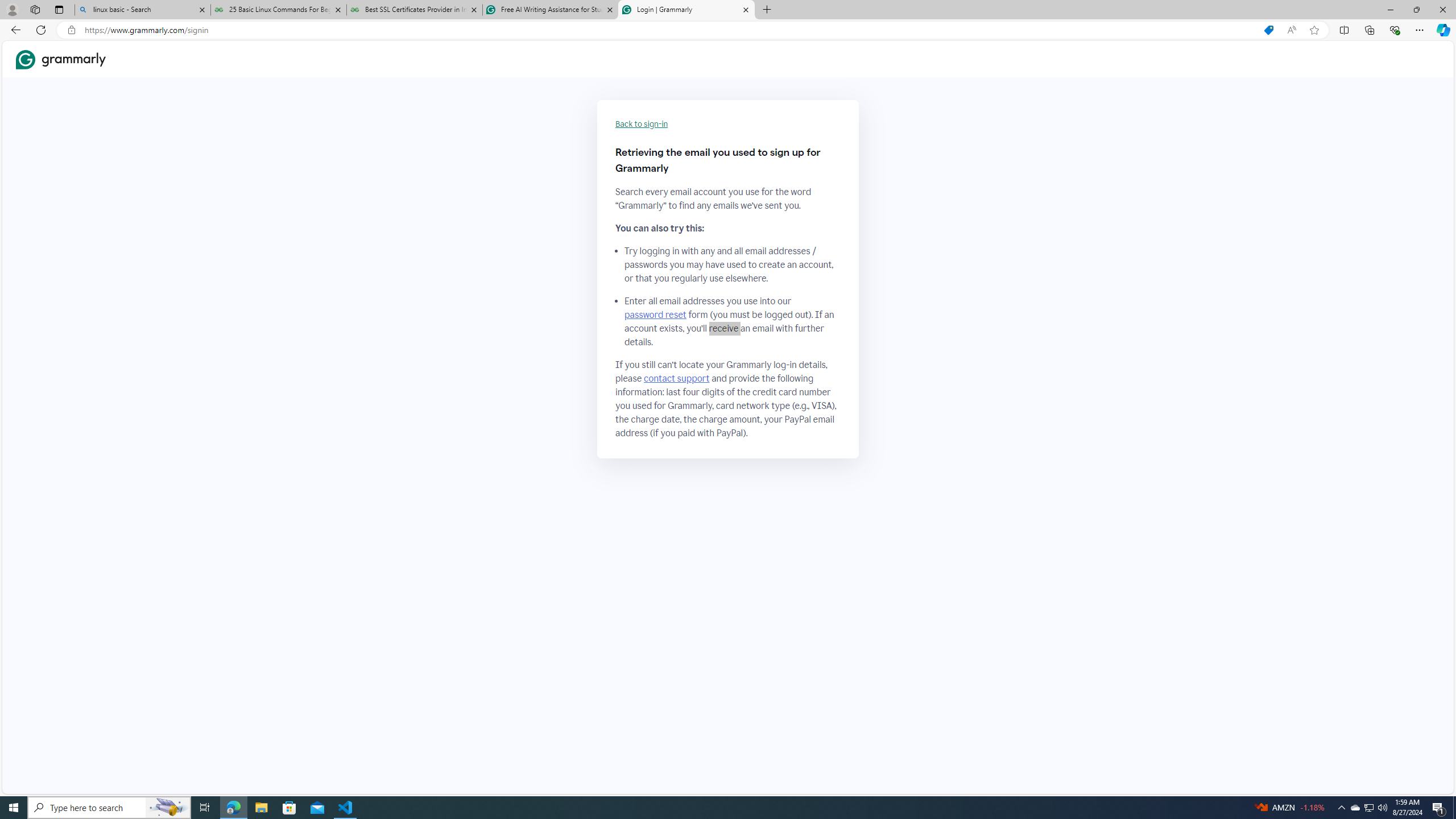  What do you see at coordinates (642, 124) in the screenshot?
I see `'Back to sign-in'` at bounding box center [642, 124].